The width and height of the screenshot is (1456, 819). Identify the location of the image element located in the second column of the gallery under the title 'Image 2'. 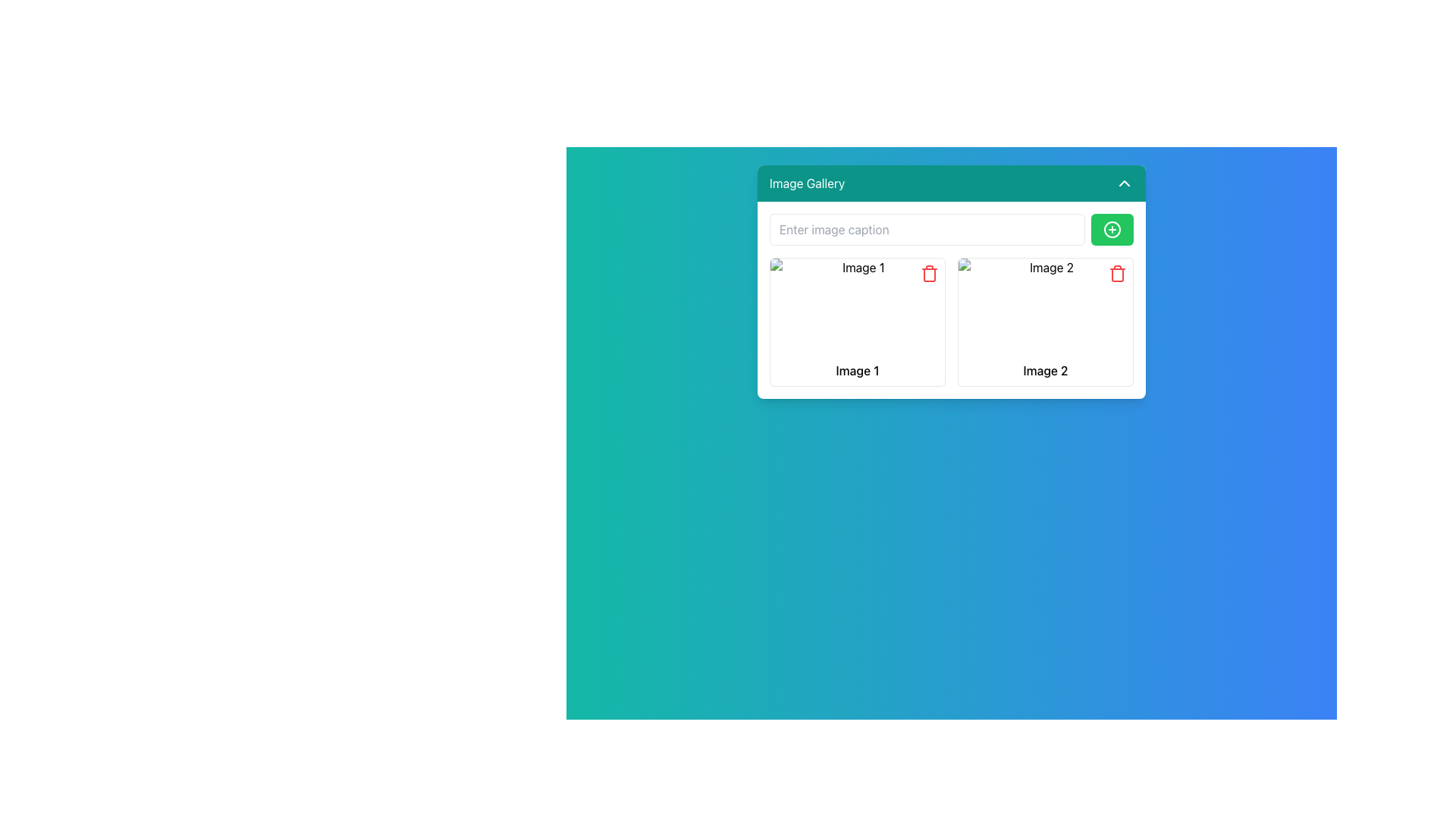
(1044, 307).